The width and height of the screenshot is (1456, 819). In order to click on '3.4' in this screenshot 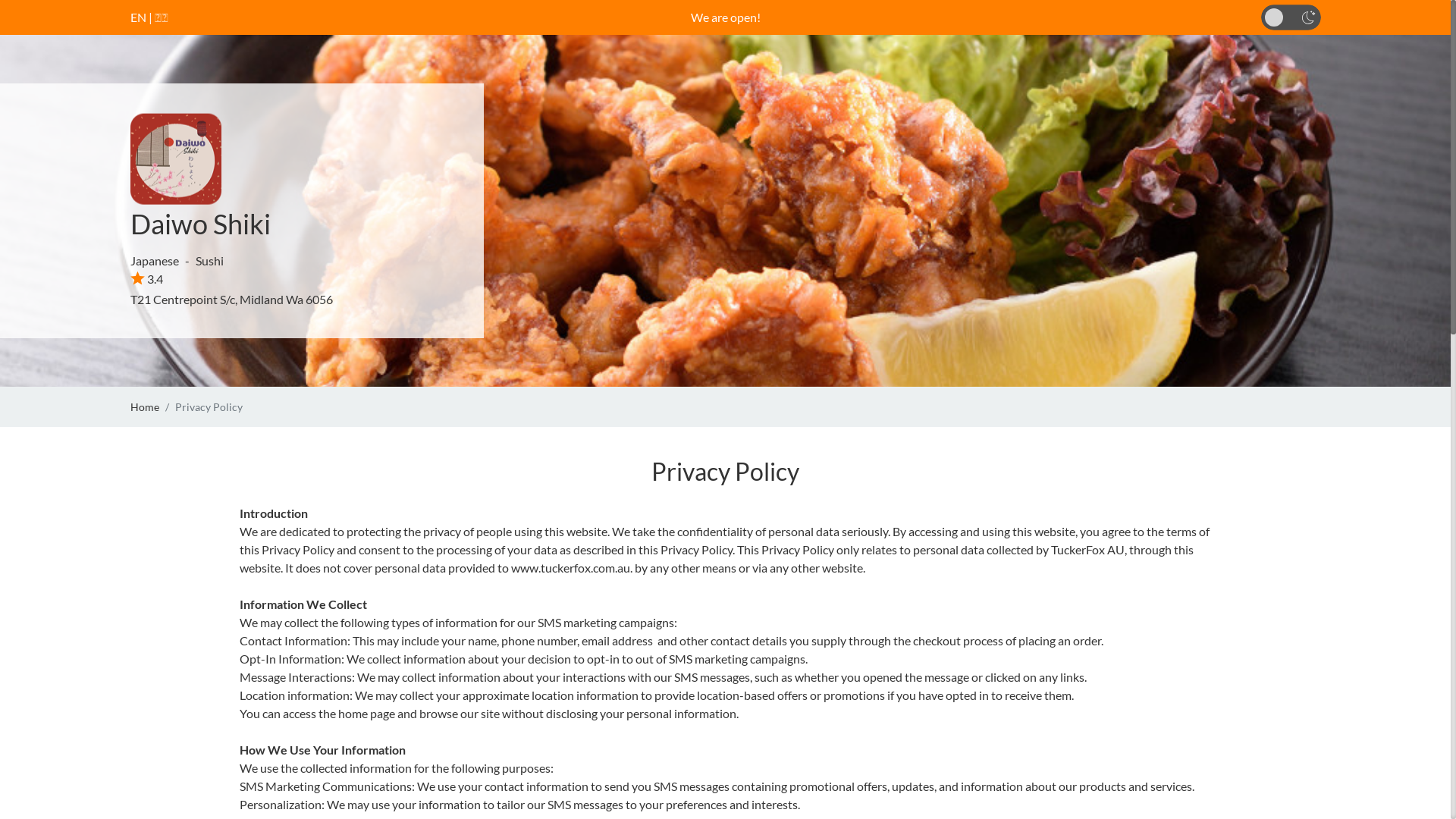, I will do `click(130, 278)`.